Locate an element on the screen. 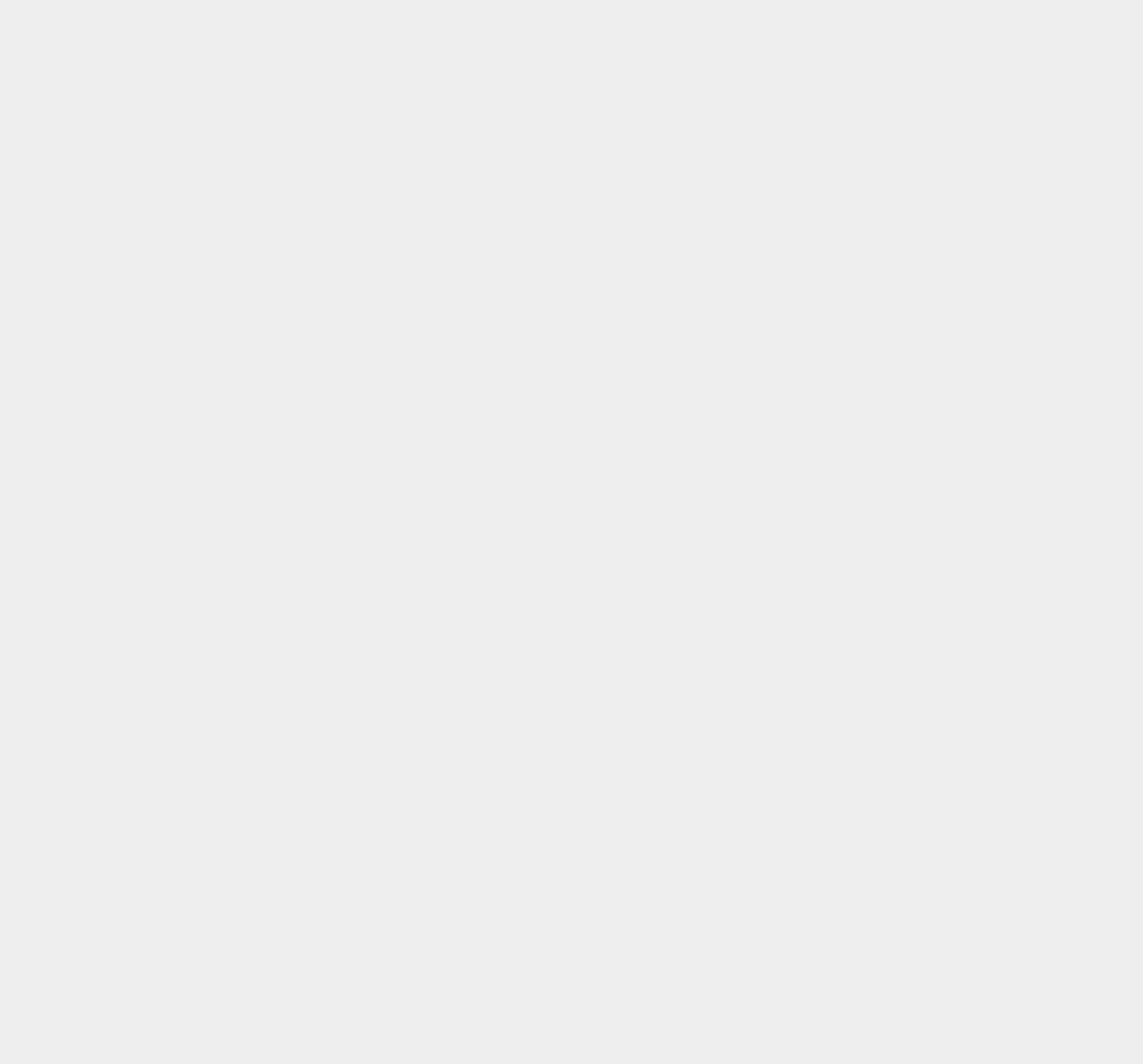 This screenshot has width=1143, height=1064. 'PDF' is located at coordinates (820, 850).